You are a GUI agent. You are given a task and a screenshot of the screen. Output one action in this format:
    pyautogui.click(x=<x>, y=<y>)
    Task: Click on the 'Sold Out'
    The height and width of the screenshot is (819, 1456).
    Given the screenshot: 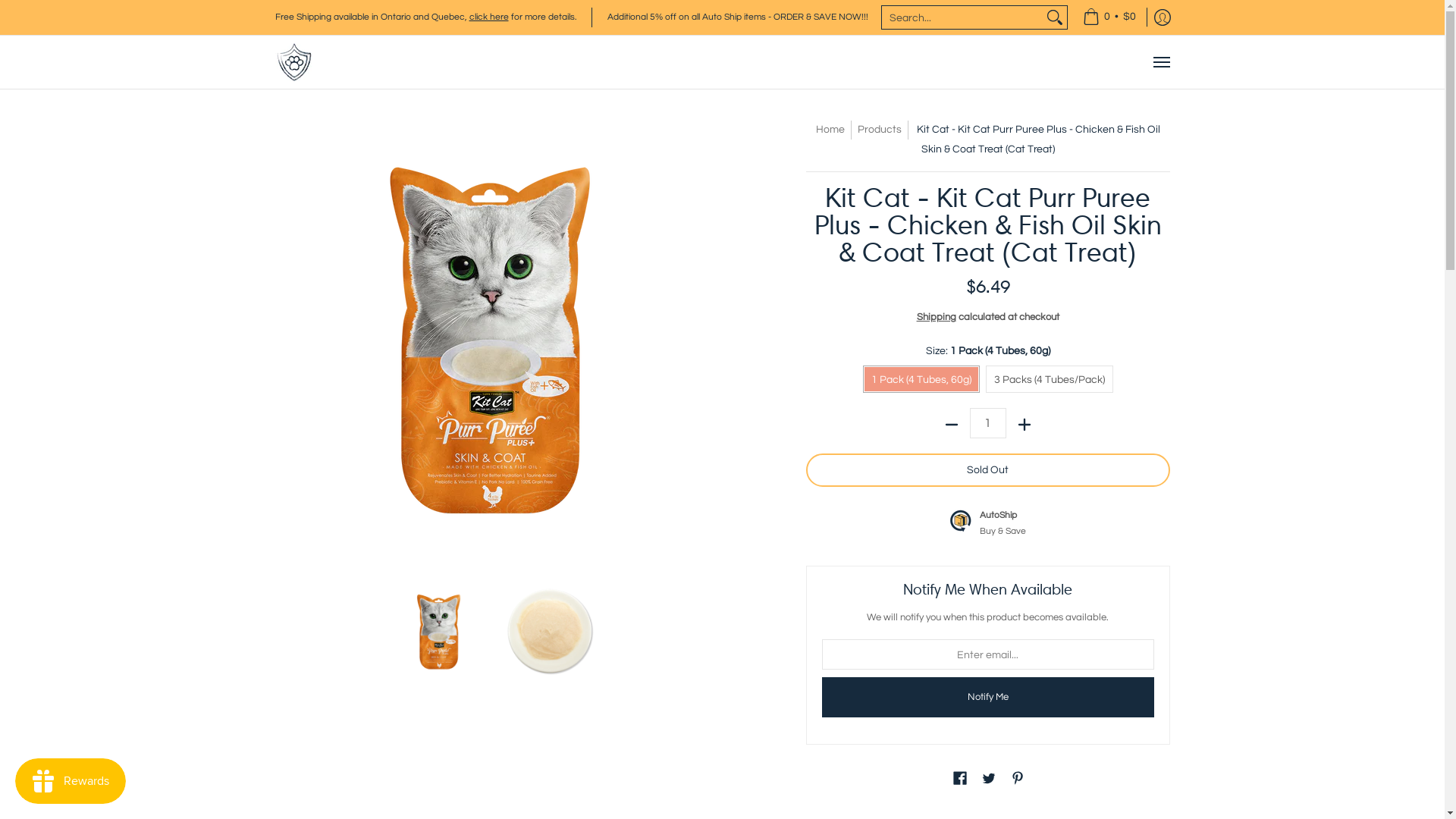 What is the action you would take?
    pyautogui.click(x=987, y=469)
    